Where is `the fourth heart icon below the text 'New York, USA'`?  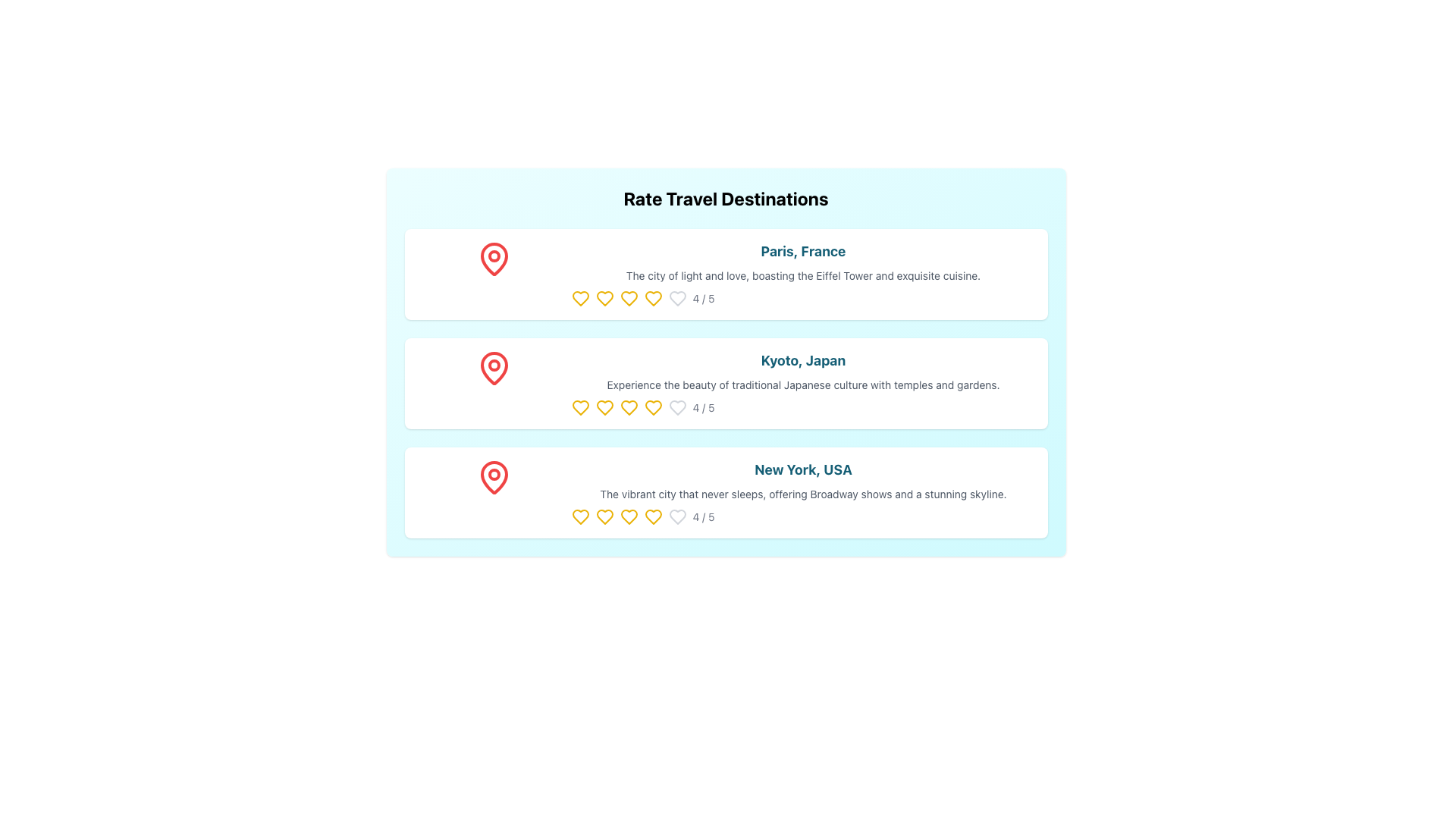 the fourth heart icon below the text 'New York, USA' is located at coordinates (653, 516).